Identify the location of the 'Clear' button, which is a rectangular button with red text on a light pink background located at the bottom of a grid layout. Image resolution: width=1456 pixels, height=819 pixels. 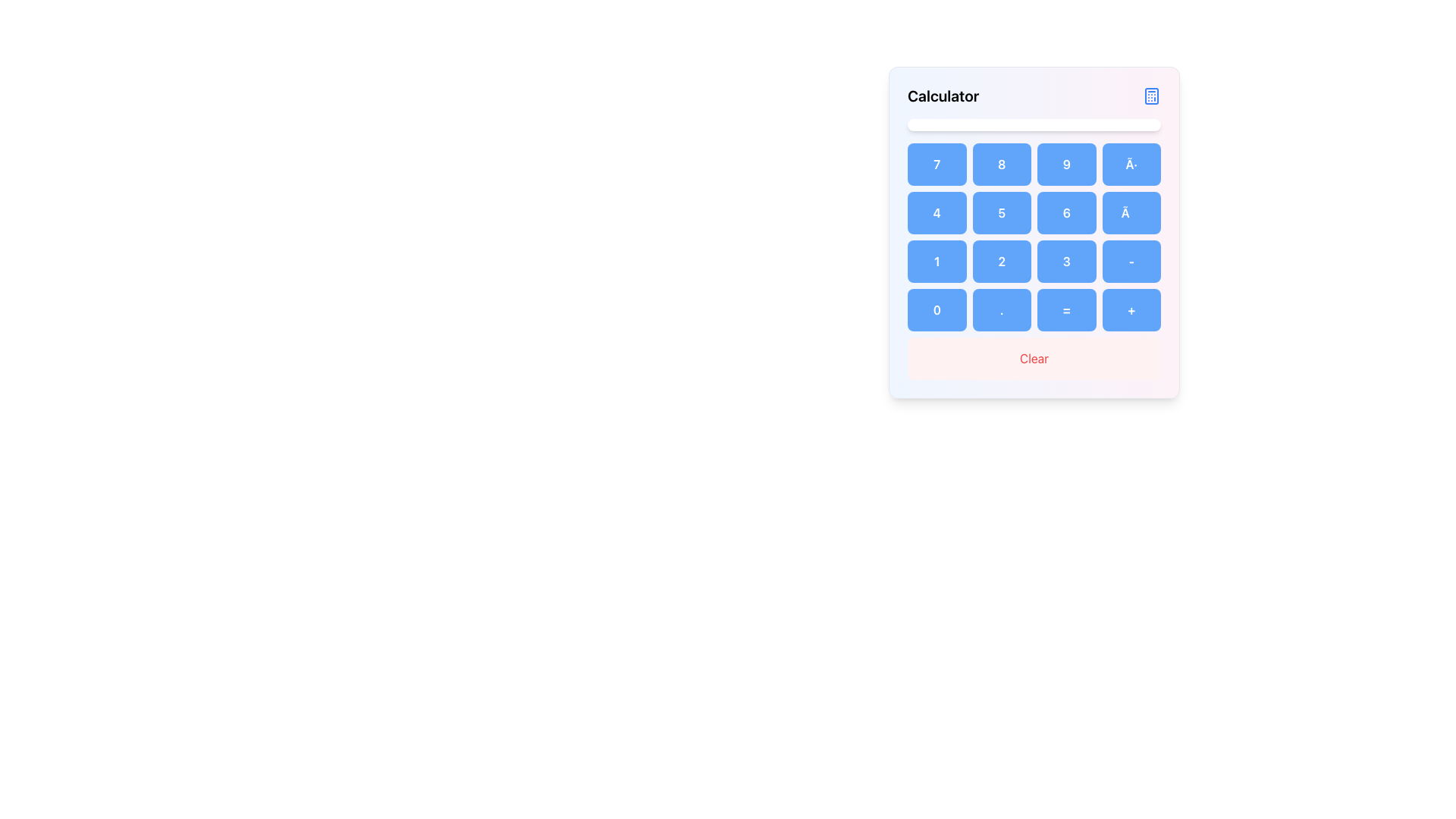
(1033, 359).